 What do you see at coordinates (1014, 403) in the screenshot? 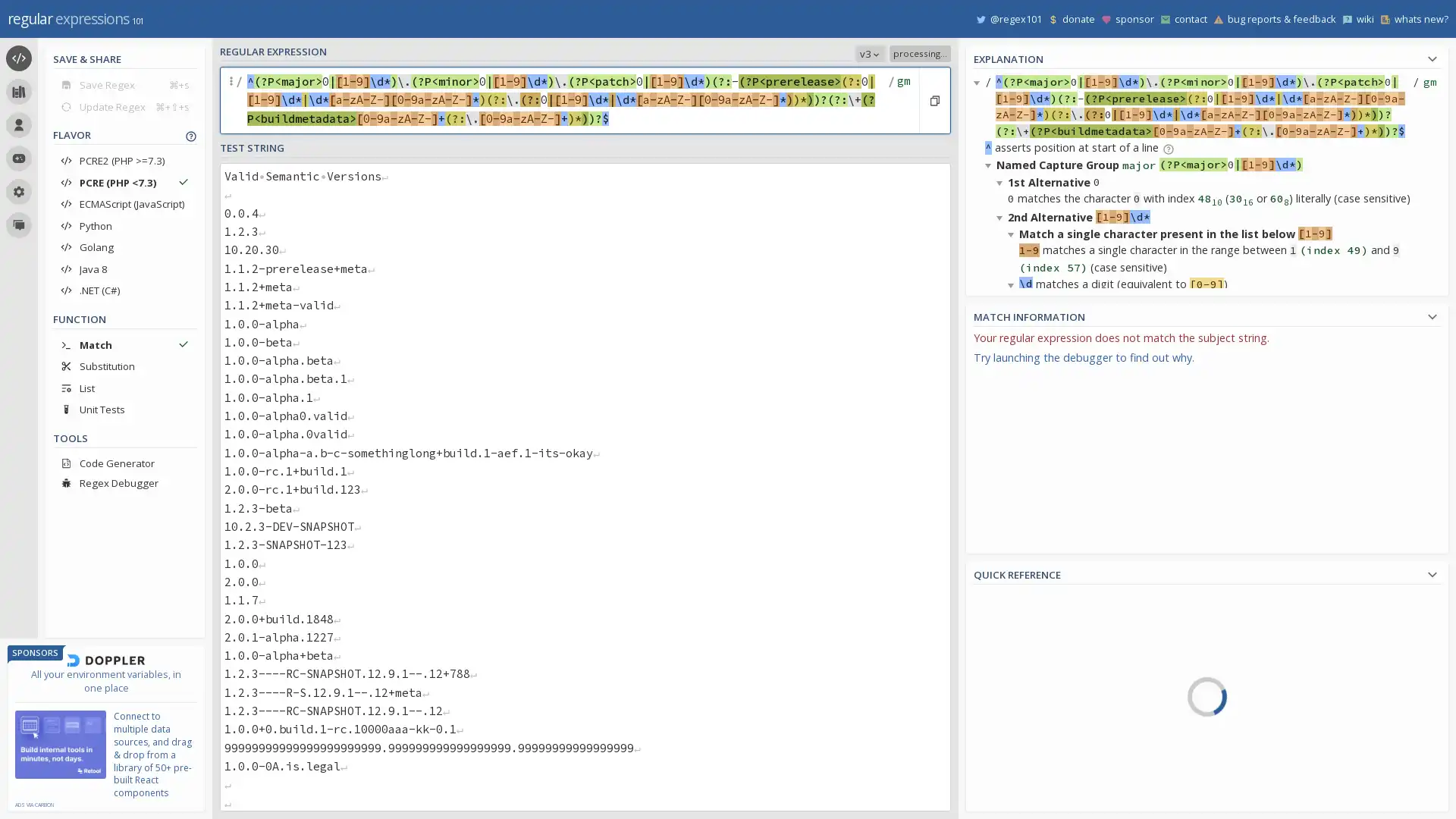
I see `Group minor` at bounding box center [1014, 403].